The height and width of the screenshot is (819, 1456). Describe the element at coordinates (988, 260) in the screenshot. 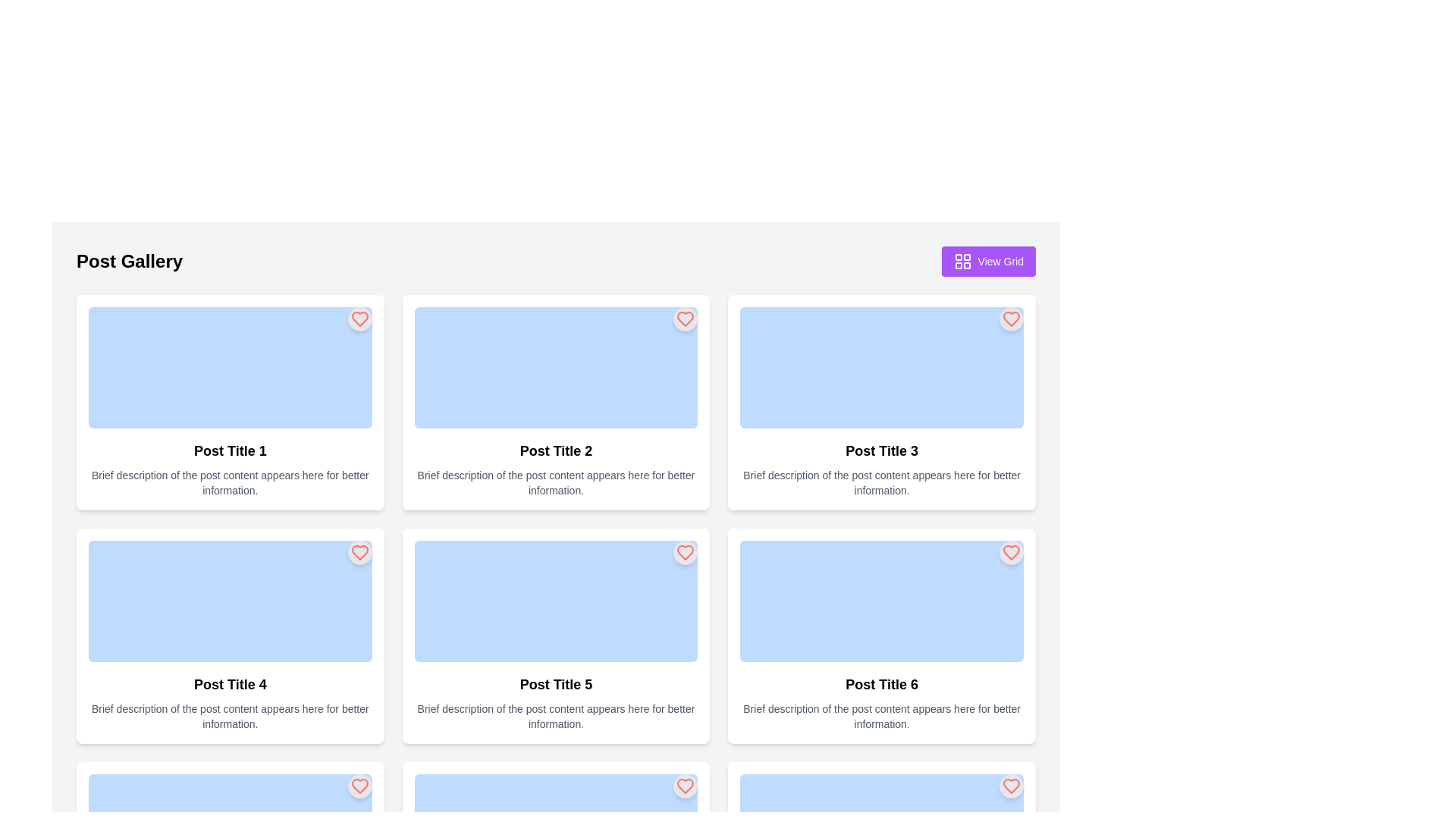

I see `the button in the upper-right corner of the 'Post Gallery' section to observe potential visual effects` at that location.